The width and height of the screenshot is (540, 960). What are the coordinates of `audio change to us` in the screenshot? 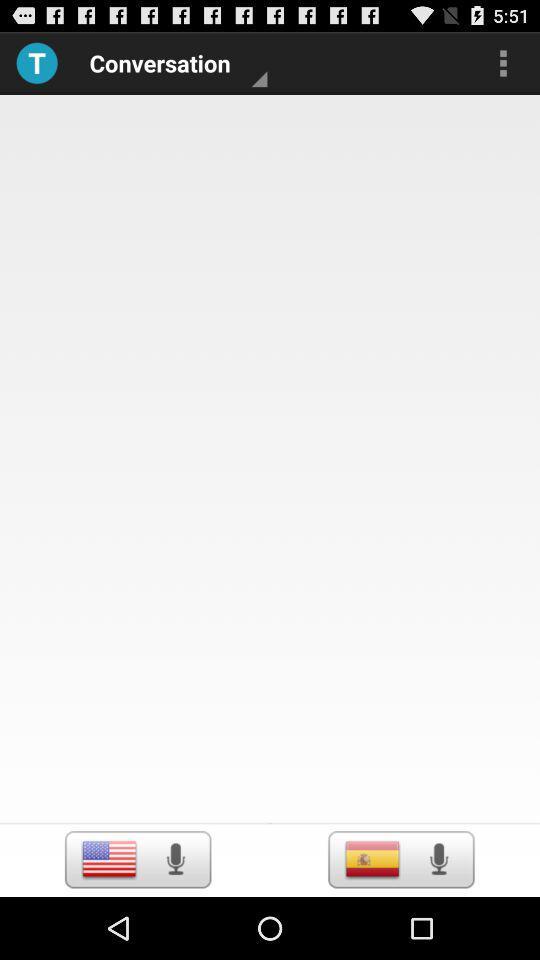 It's located at (109, 858).